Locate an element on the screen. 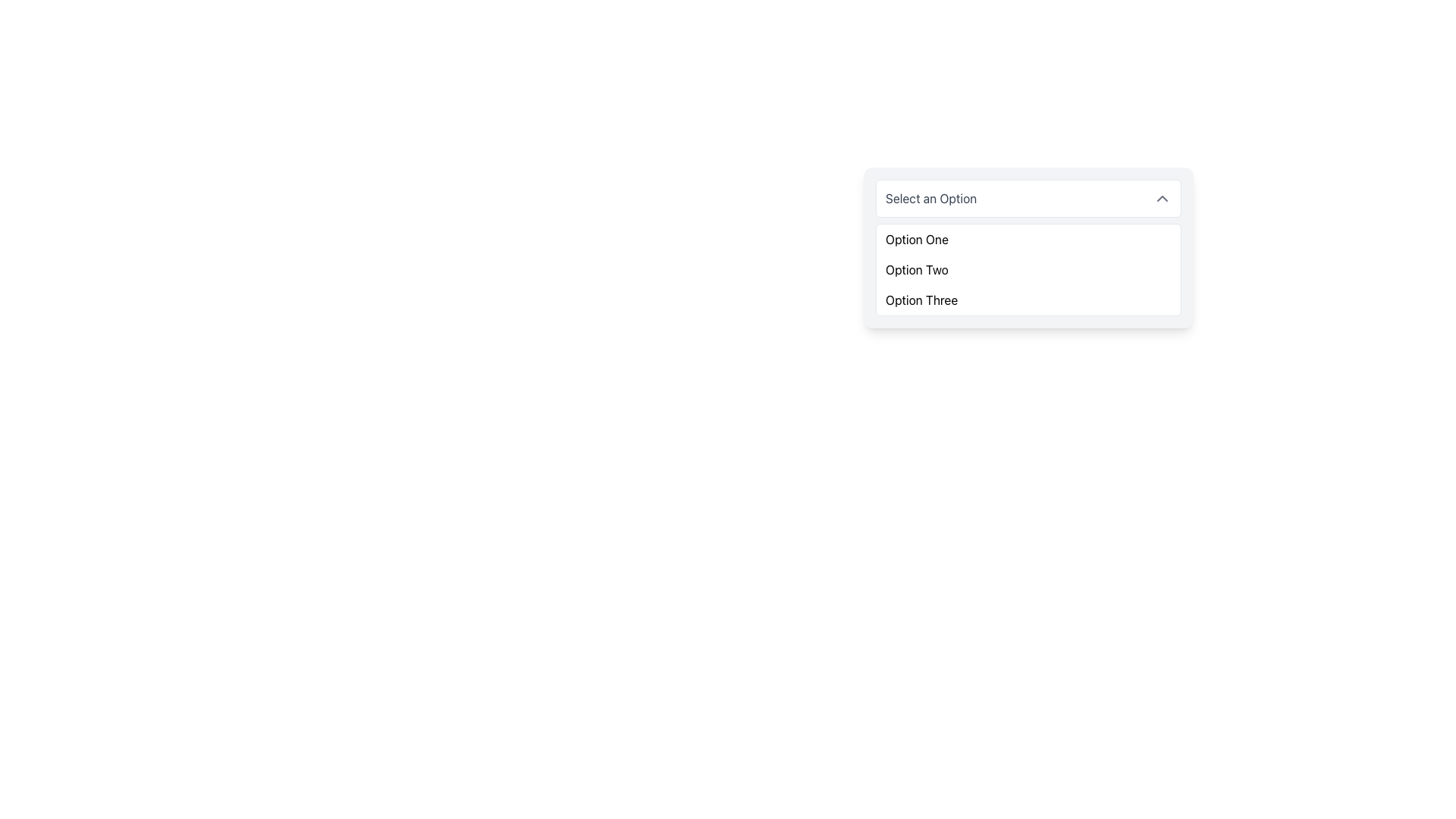 This screenshot has width=1456, height=819. the second list item in the dropdown menu, which reads 'Option Two' is located at coordinates (1028, 268).